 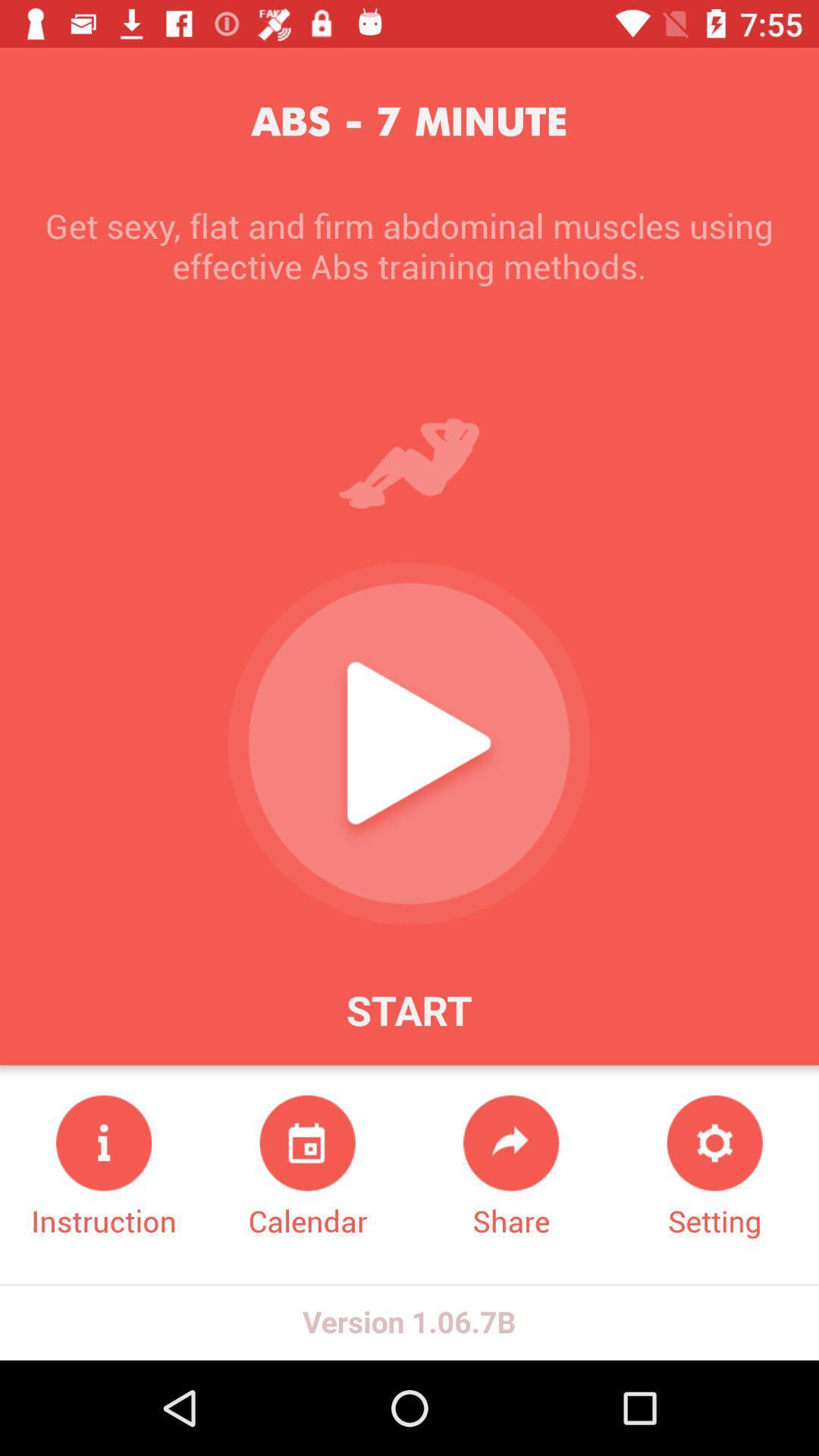 I want to click on icon next to the share, so click(x=307, y=1167).